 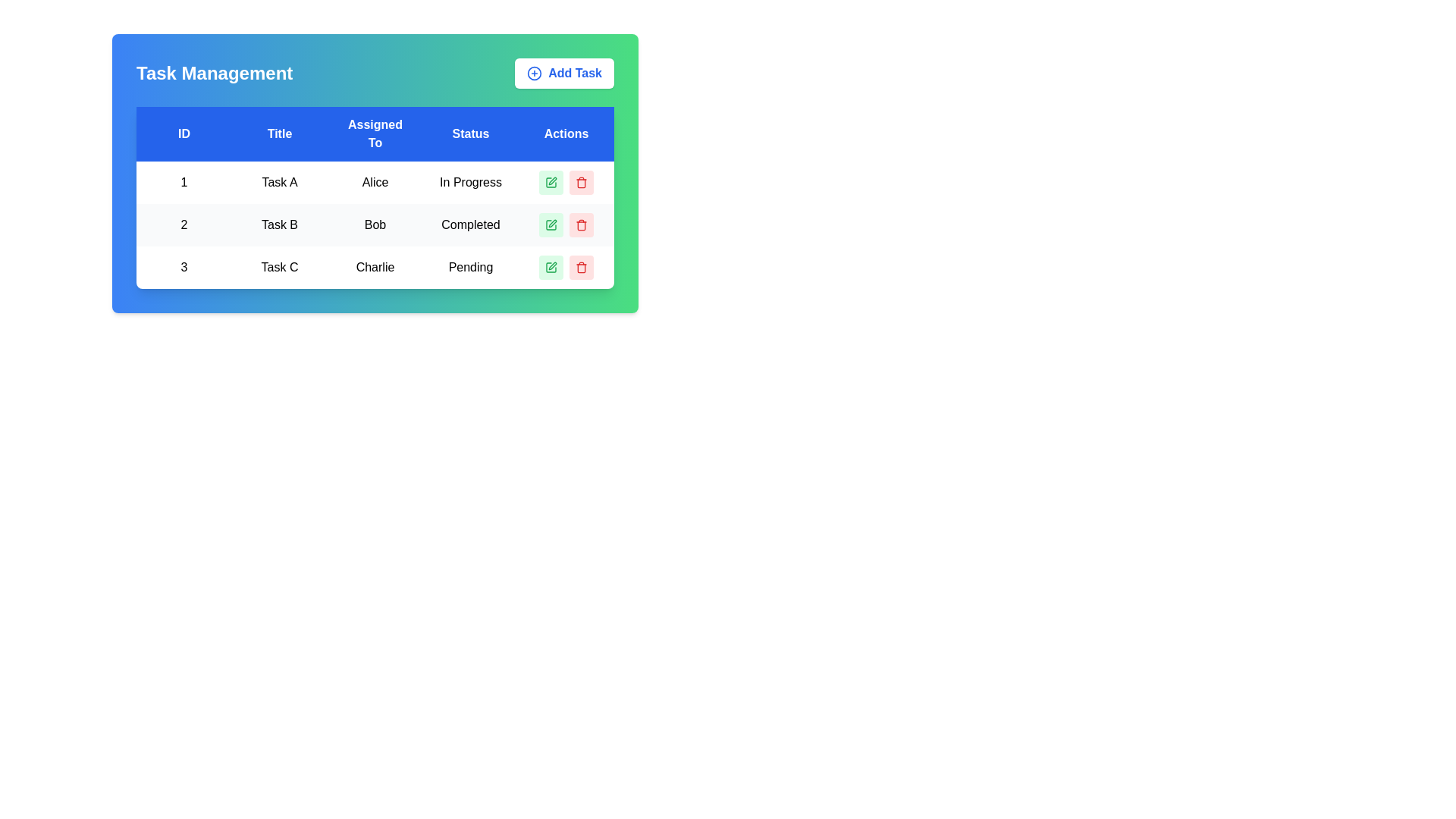 I want to click on the square green button with a pen icon in the 'Actions' column of the first row to visualize its hover effect, so click(x=550, y=181).